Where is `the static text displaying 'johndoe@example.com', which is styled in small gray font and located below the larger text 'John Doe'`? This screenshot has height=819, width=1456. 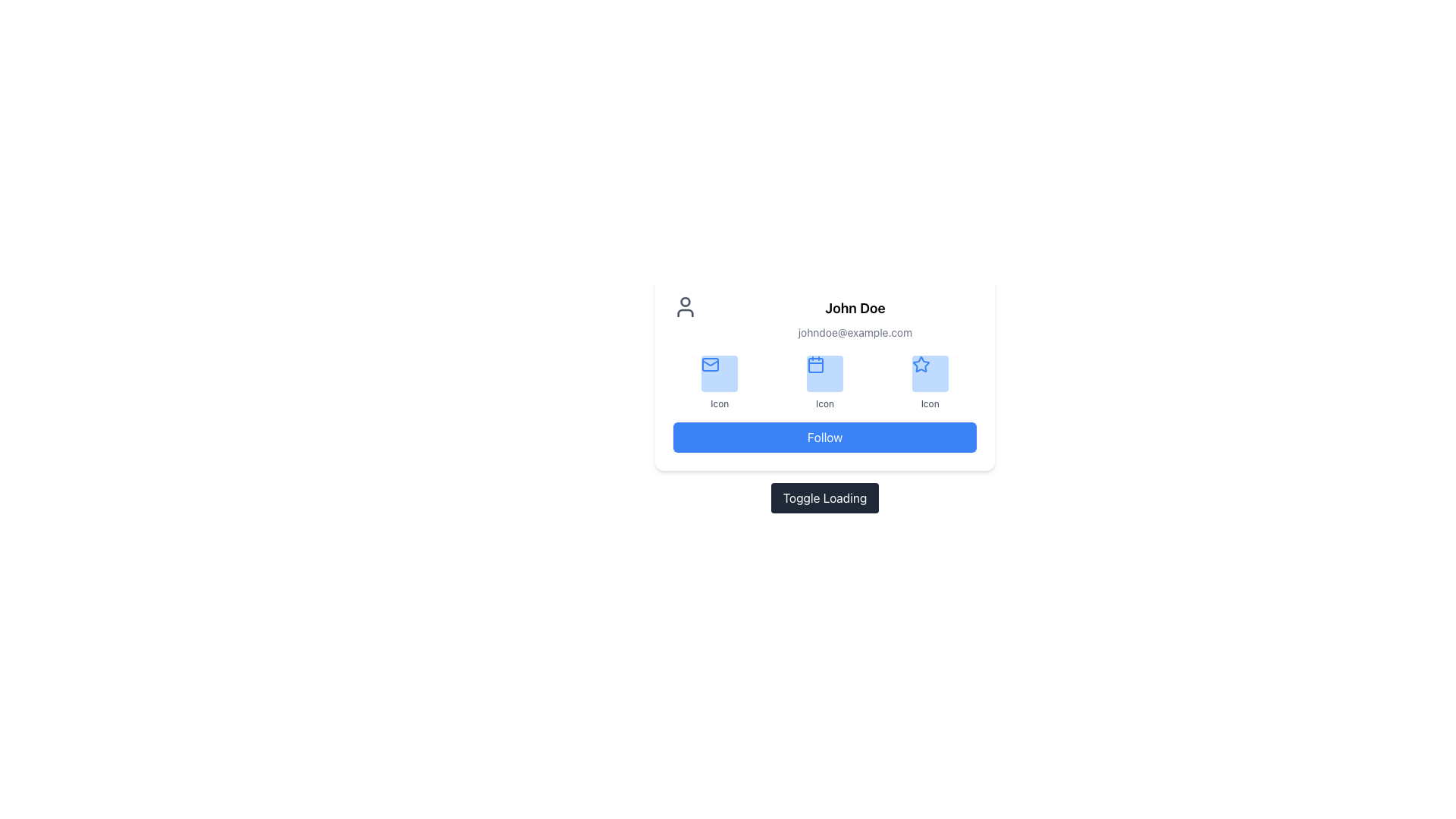 the static text displaying 'johndoe@example.com', which is styled in small gray font and located below the larger text 'John Doe' is located at coordinates (855, 332).